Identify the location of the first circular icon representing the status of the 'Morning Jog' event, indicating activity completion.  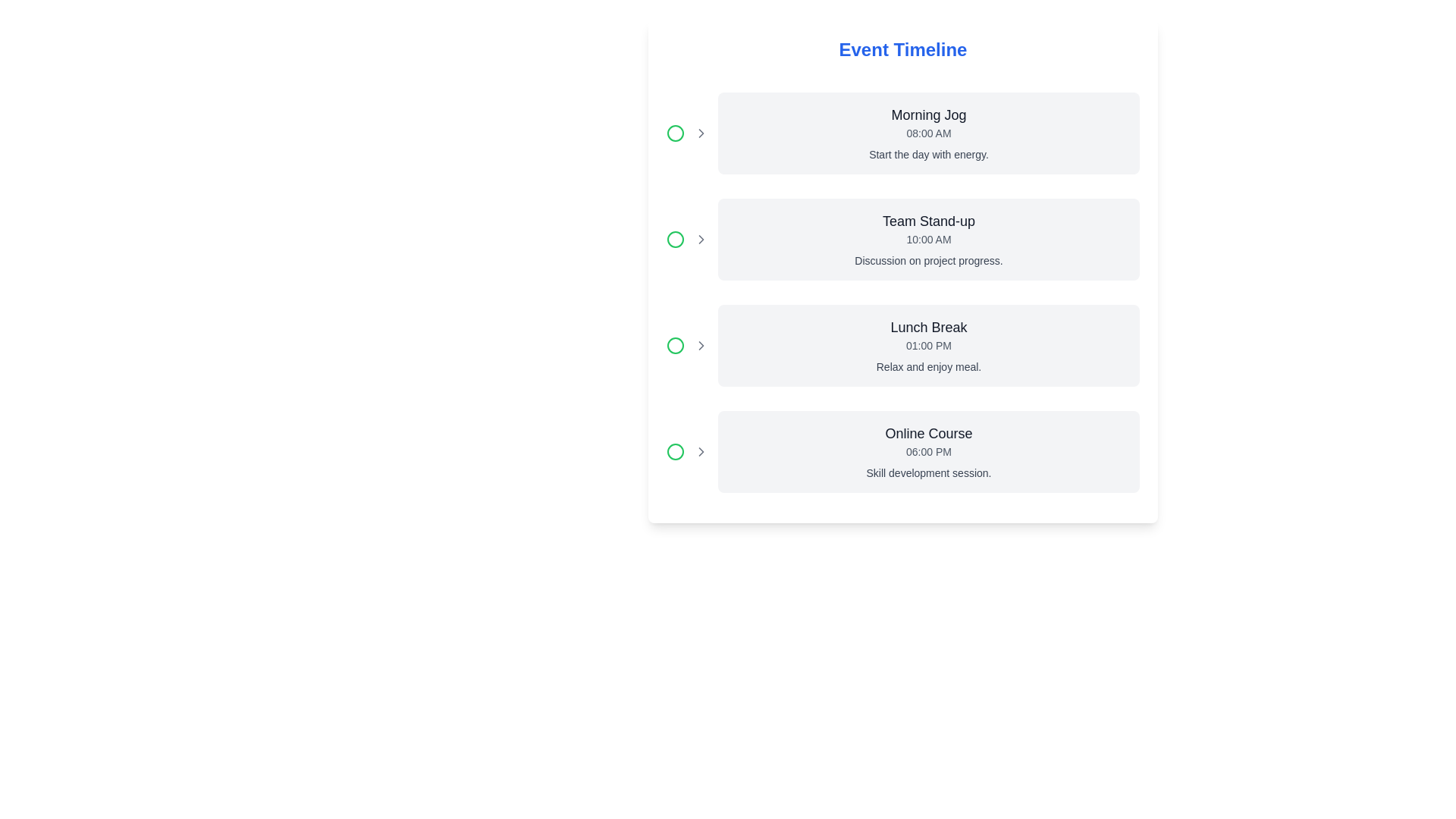
(675, 133).